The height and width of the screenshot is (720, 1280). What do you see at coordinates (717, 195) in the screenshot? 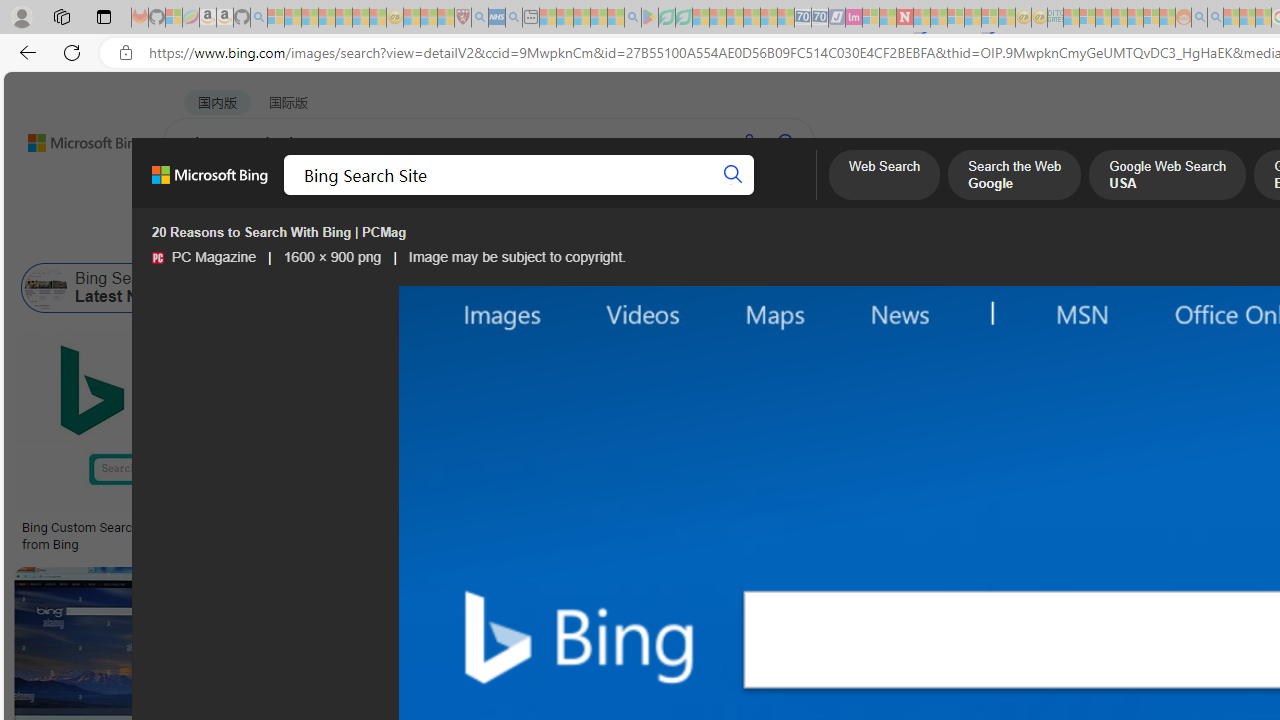
I see `'DICT'` at bounding box center [717, 195].